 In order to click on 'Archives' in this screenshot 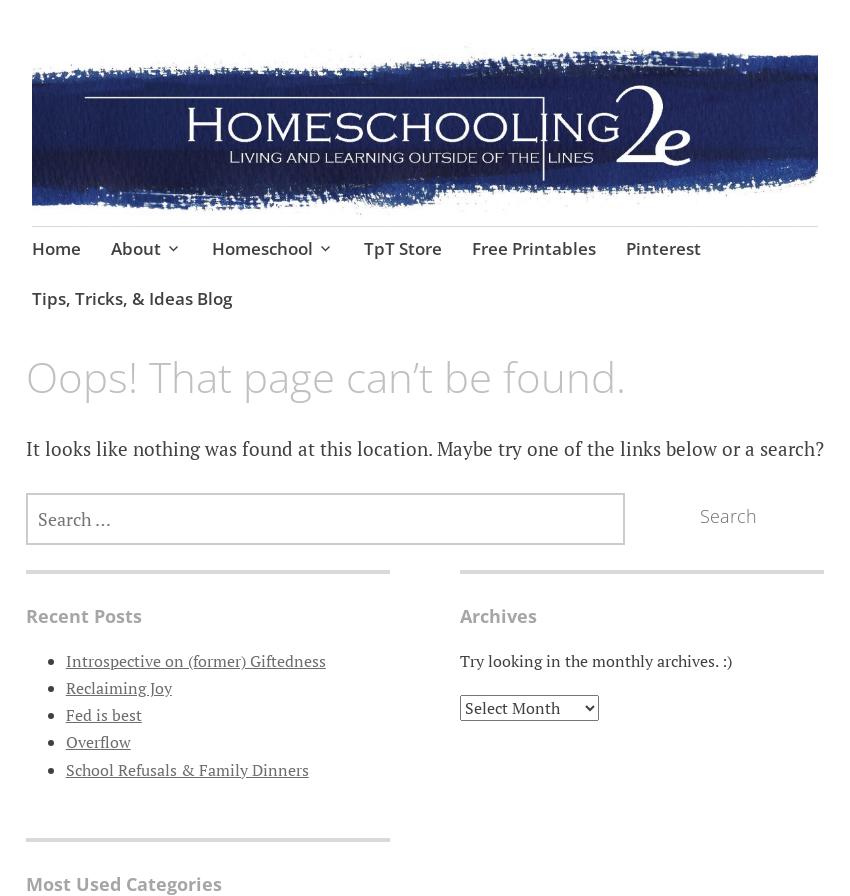, I will do `click(498, 615)`.